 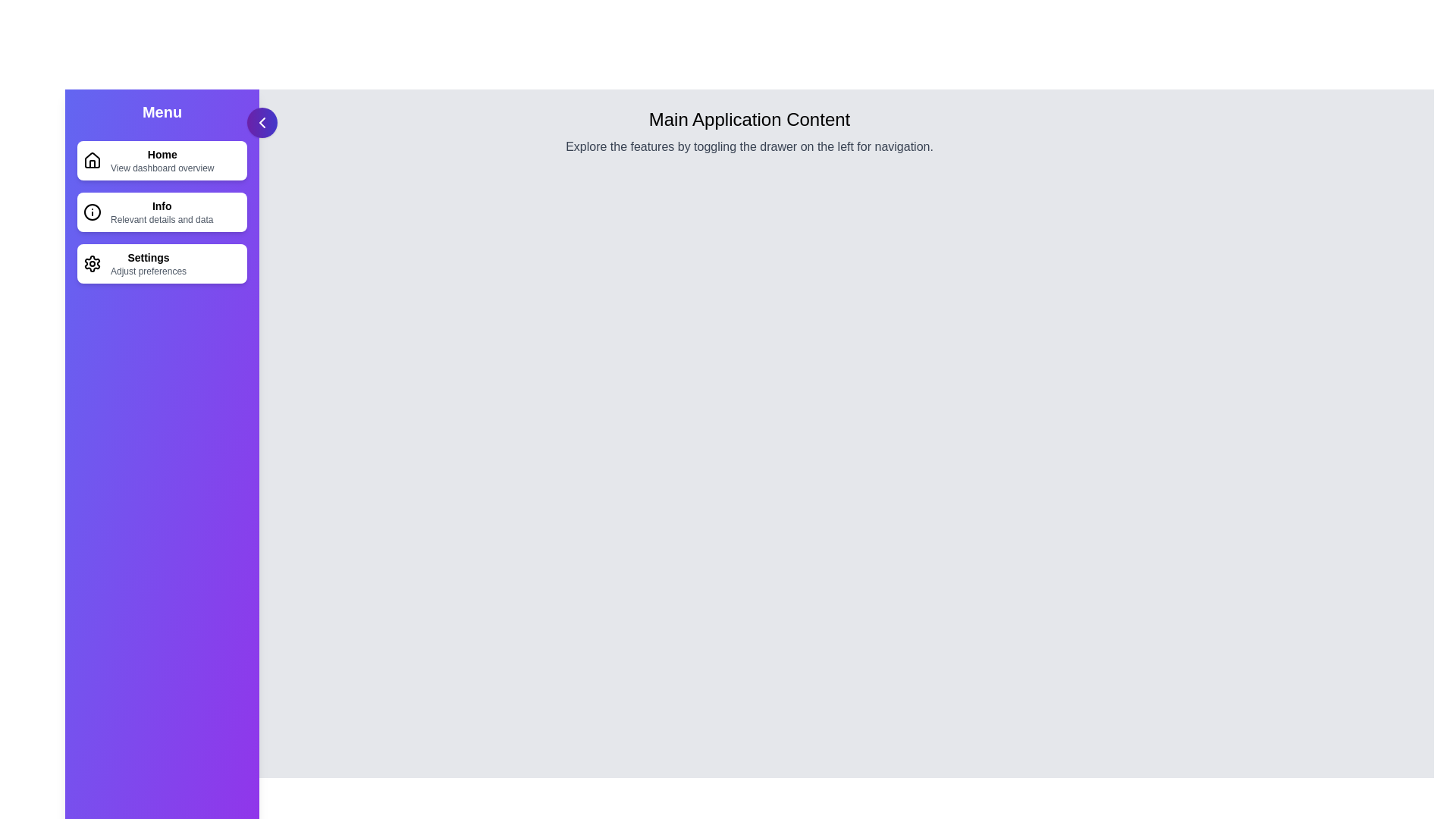 I want to click on the navigation item Home in the drawer, so click(x=162, y=161).